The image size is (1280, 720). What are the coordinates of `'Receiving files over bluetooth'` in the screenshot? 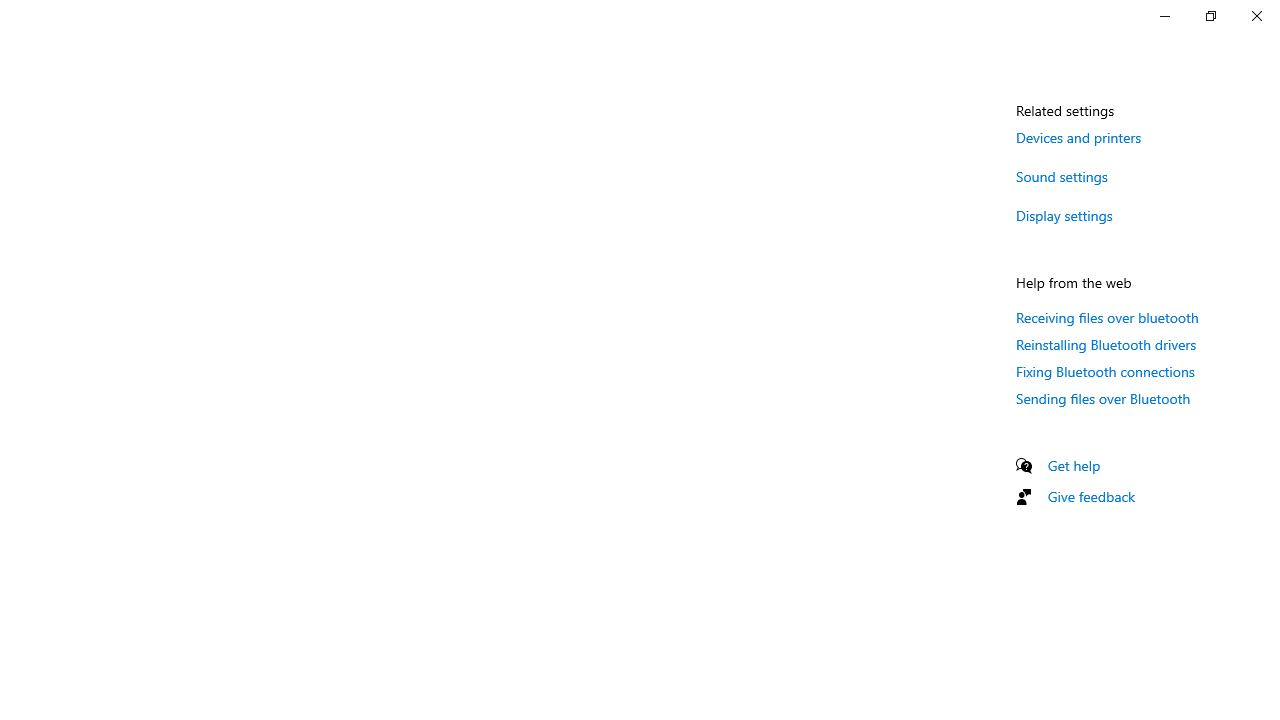 It's located at (1106, 316).